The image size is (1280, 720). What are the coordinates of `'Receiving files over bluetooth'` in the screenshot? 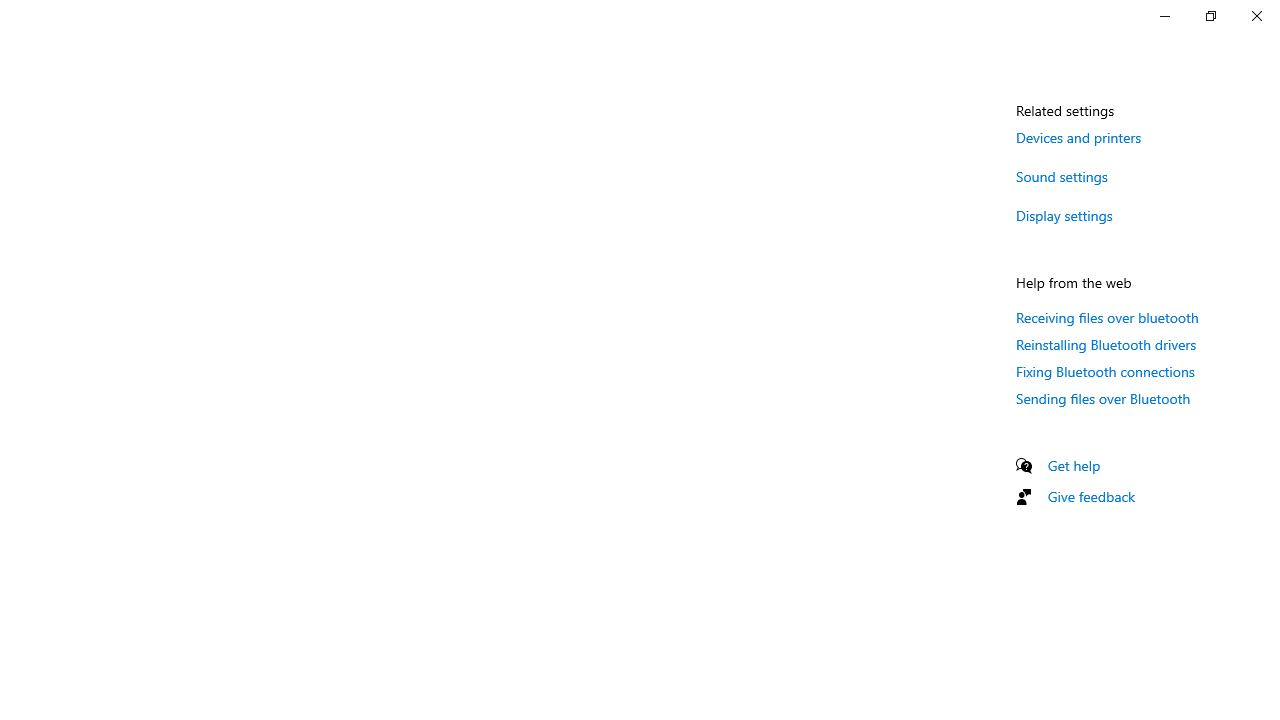 It's located at (1106, 316).